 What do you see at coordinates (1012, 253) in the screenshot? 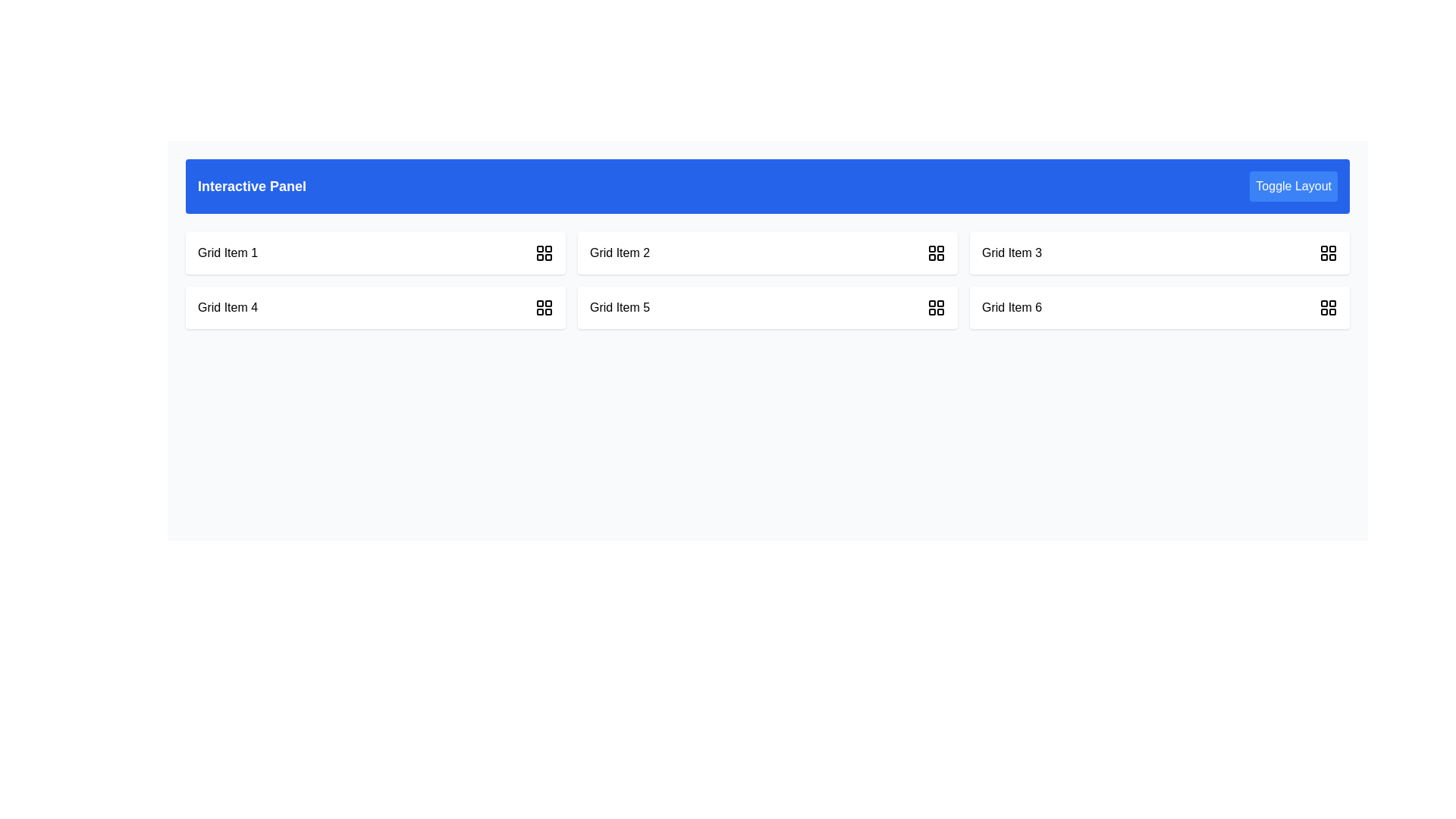
I see `the text label displaying 'Grid Item 3', which is located in the upper row of the grid layout, specifically as the third item from the left` at bounding box center [1012, 253].